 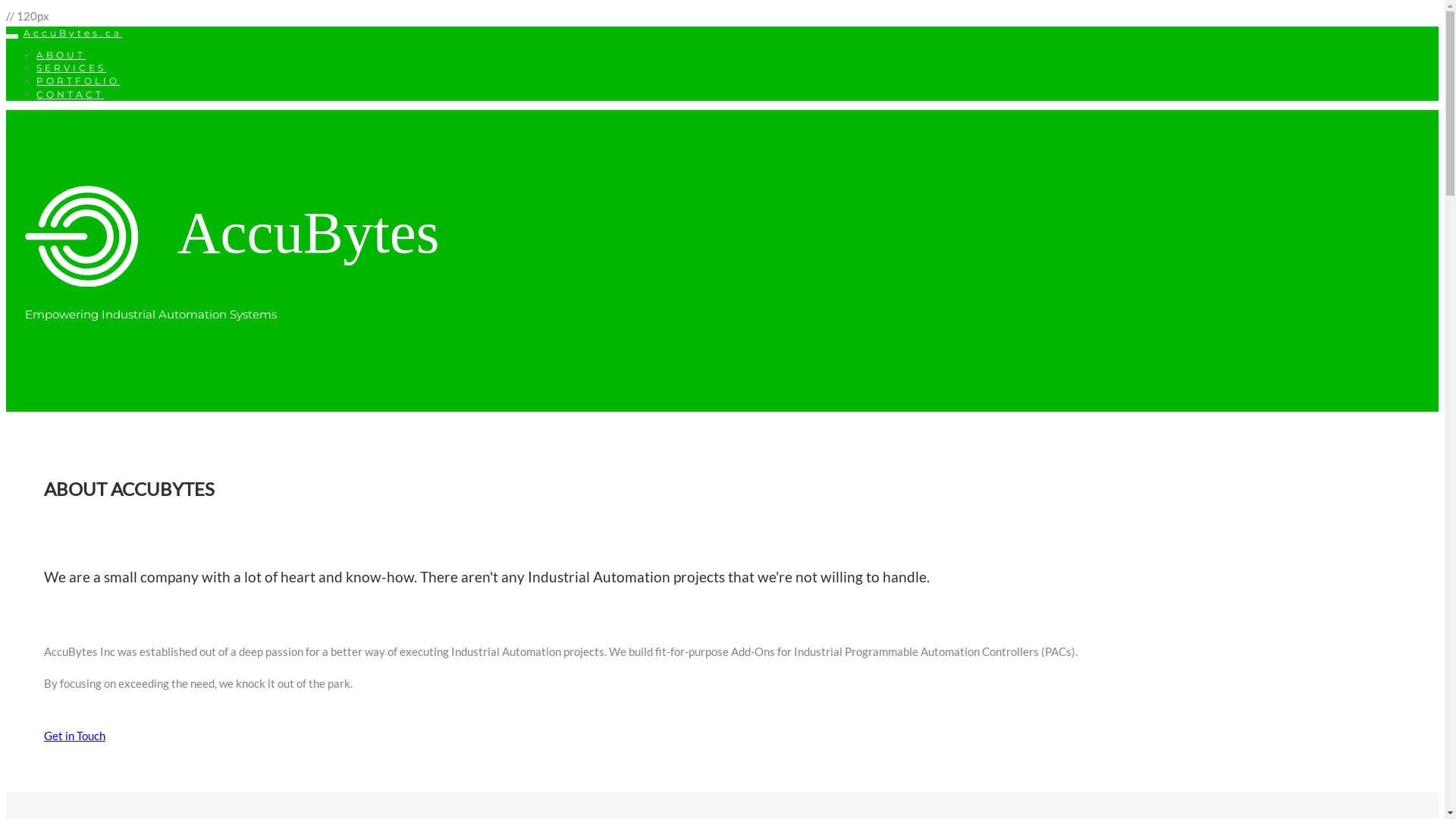 I want to click on 'CONTACT', so click(x=69, y=94).